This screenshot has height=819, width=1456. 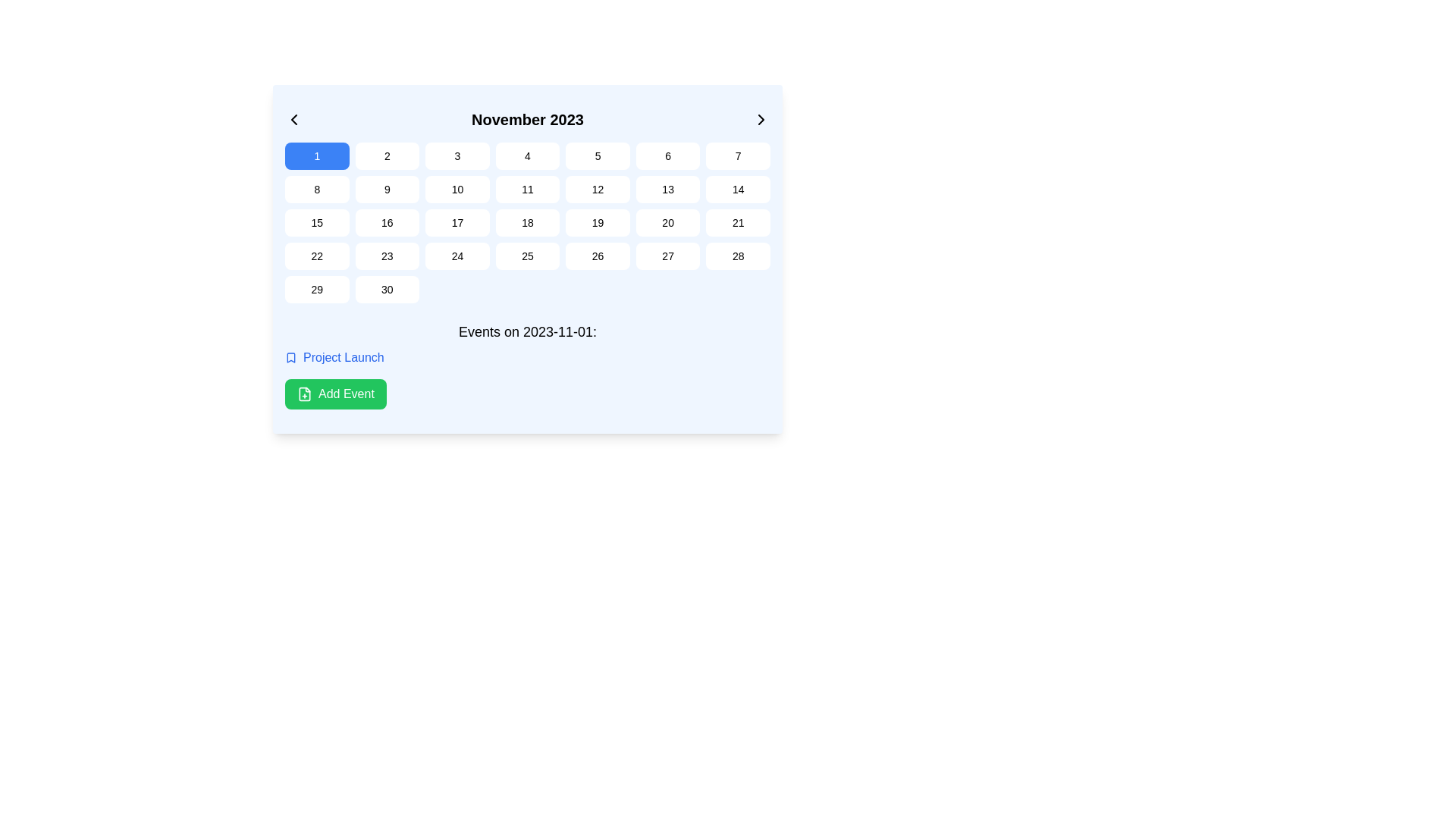 What do you see at coordinates (528, 259) in the screenshot?
I see `the date in the Calendar Widget` at bounding box center [528, 259].